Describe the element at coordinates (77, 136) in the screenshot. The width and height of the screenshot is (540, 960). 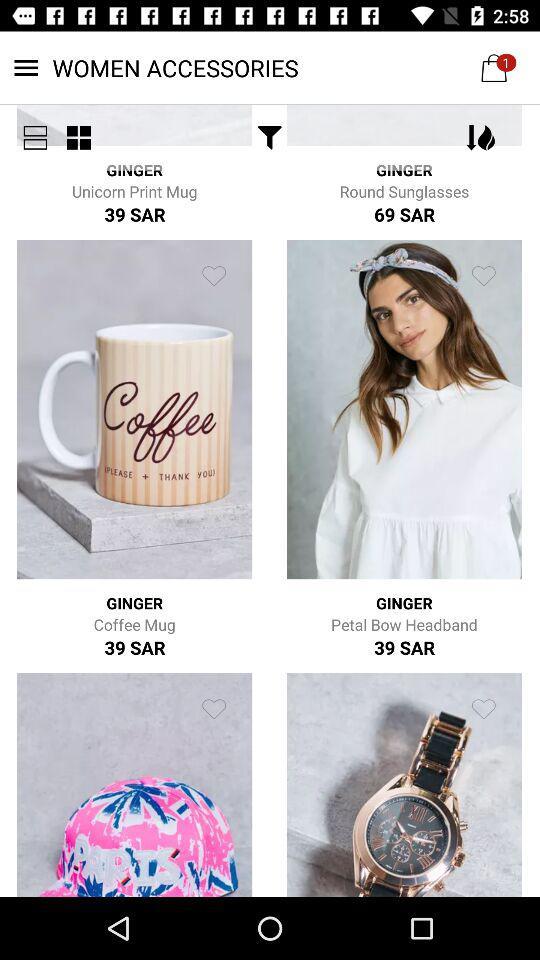
I see `the item below women accessories item` at that location.